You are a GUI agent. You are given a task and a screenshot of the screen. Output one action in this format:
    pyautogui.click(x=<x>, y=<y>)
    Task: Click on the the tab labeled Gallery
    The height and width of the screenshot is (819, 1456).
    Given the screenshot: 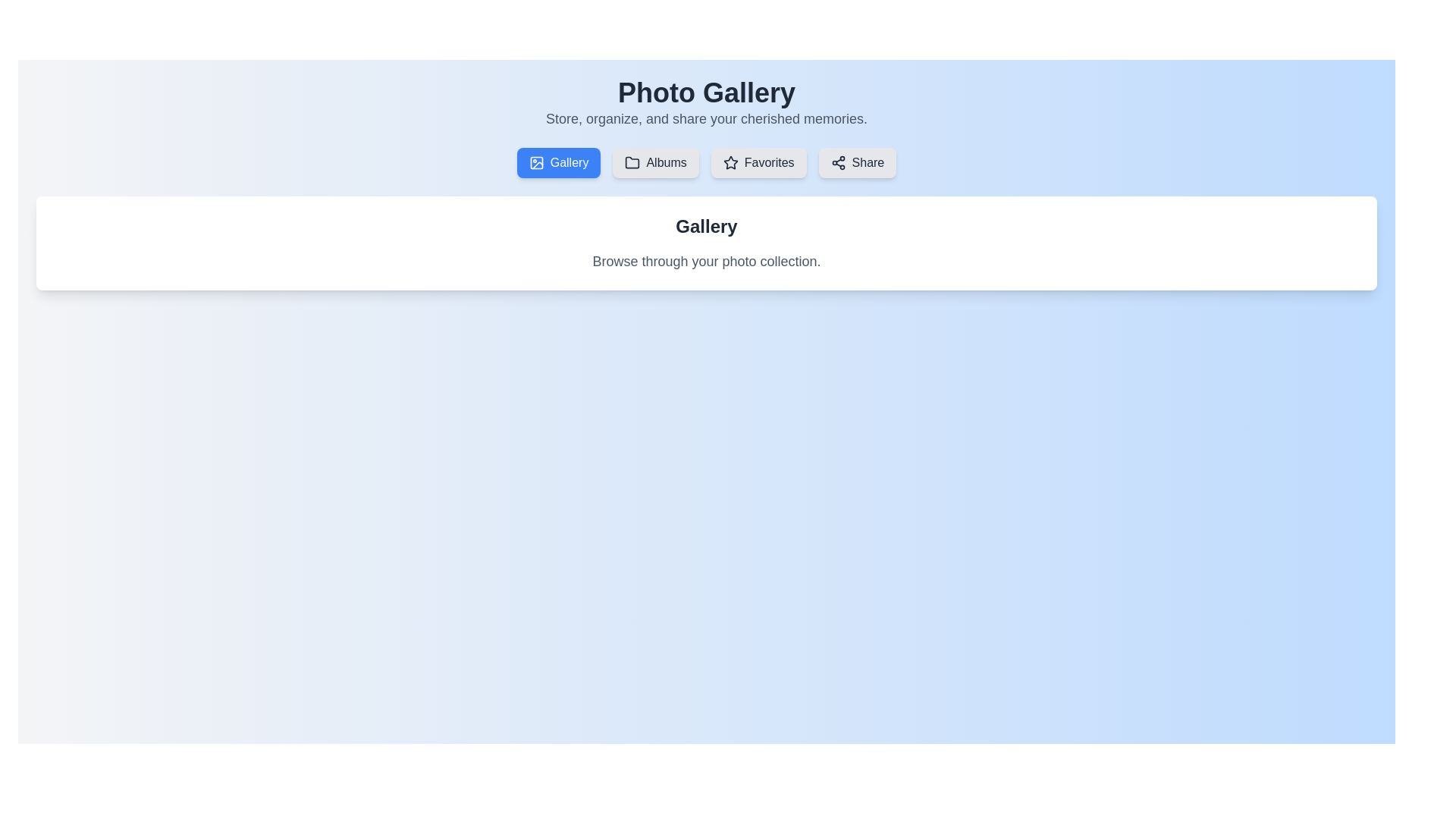 What is the action you would take?
    pyautogui.click(x=558, y=163)
    